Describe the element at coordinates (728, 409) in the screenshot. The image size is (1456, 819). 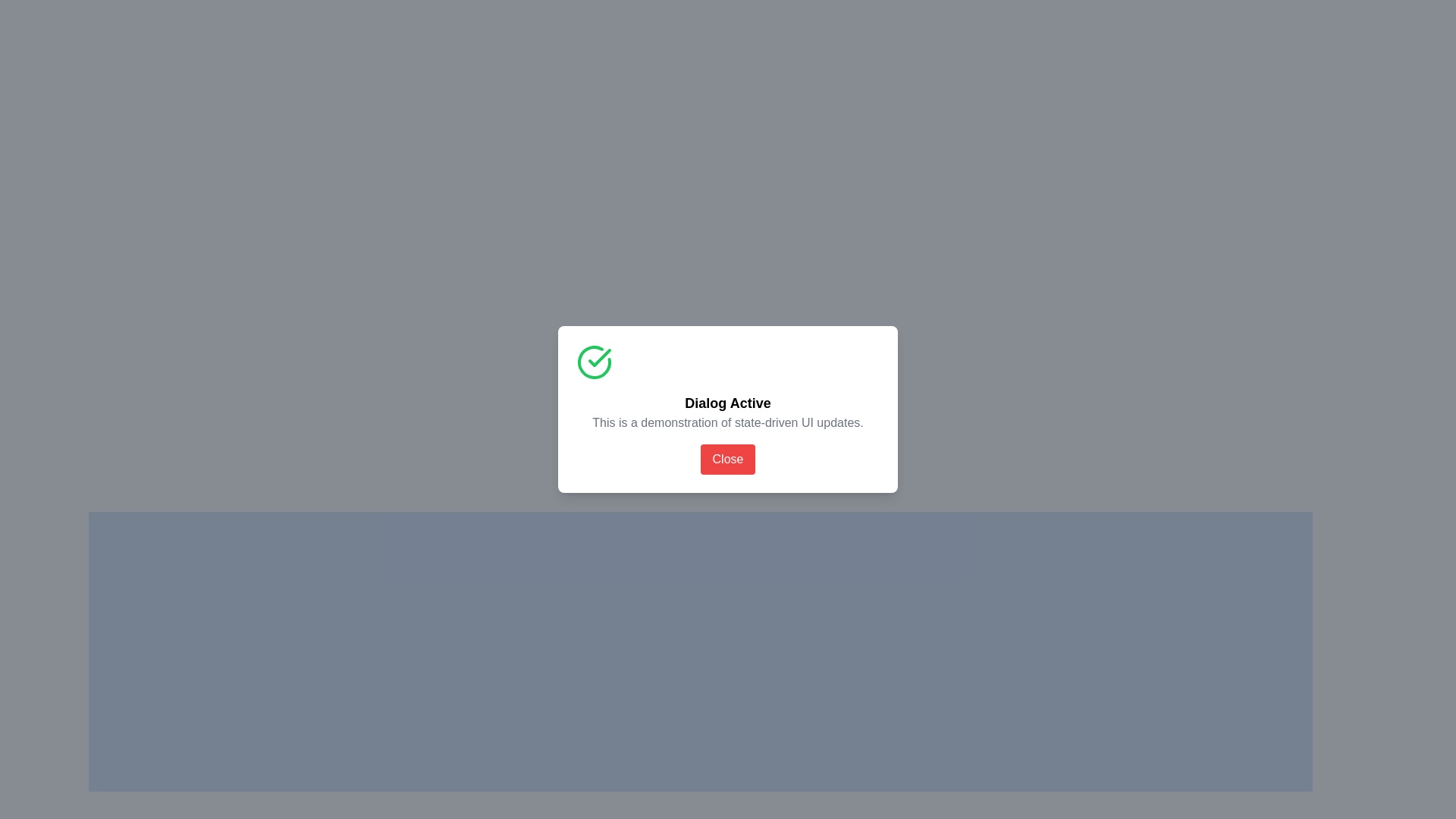
I see `the modal dialog box that provides contextual information, using accessibility tools` at that location.